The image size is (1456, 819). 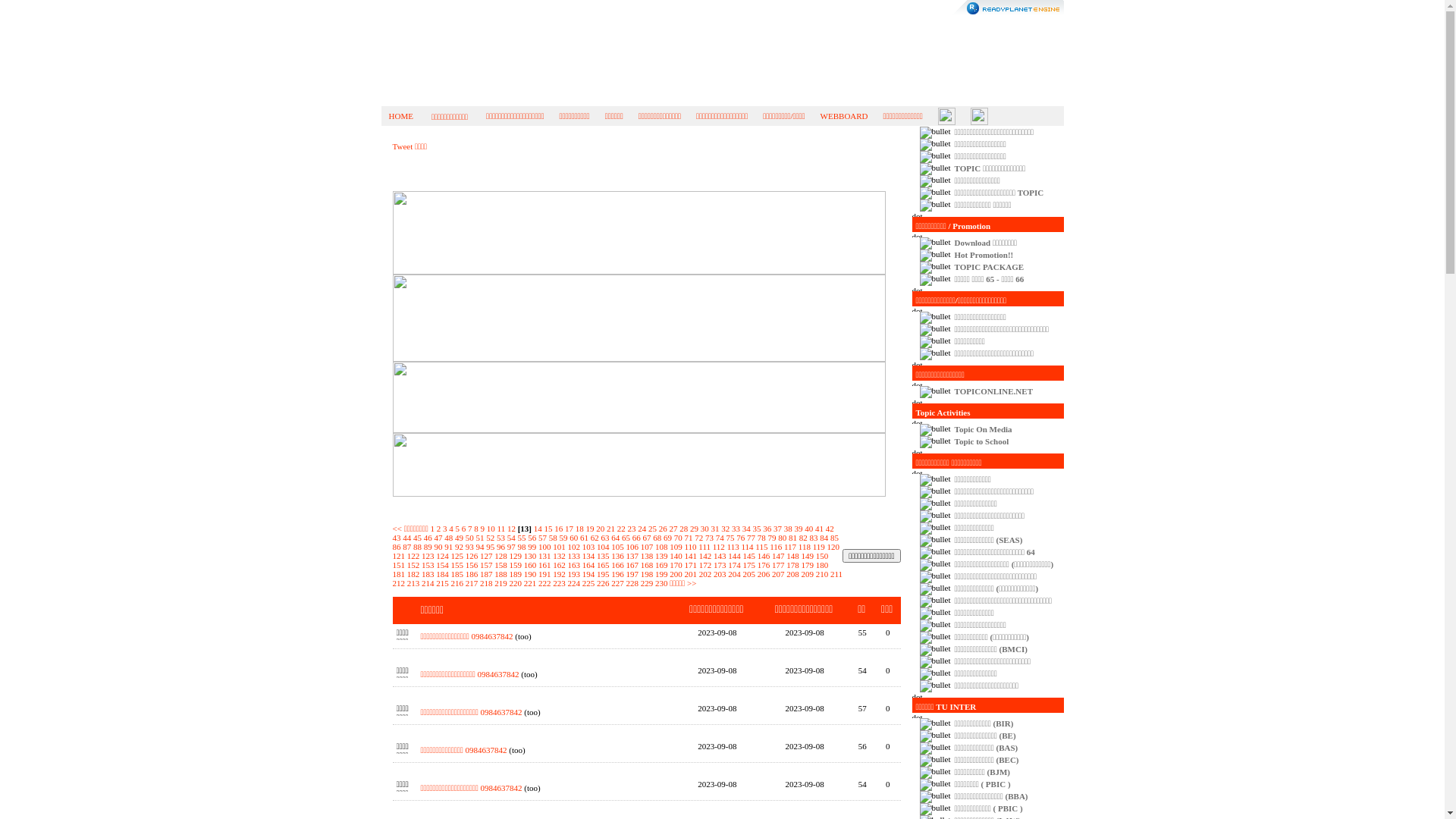 I want to click on '107', so click(x=647, y=547).